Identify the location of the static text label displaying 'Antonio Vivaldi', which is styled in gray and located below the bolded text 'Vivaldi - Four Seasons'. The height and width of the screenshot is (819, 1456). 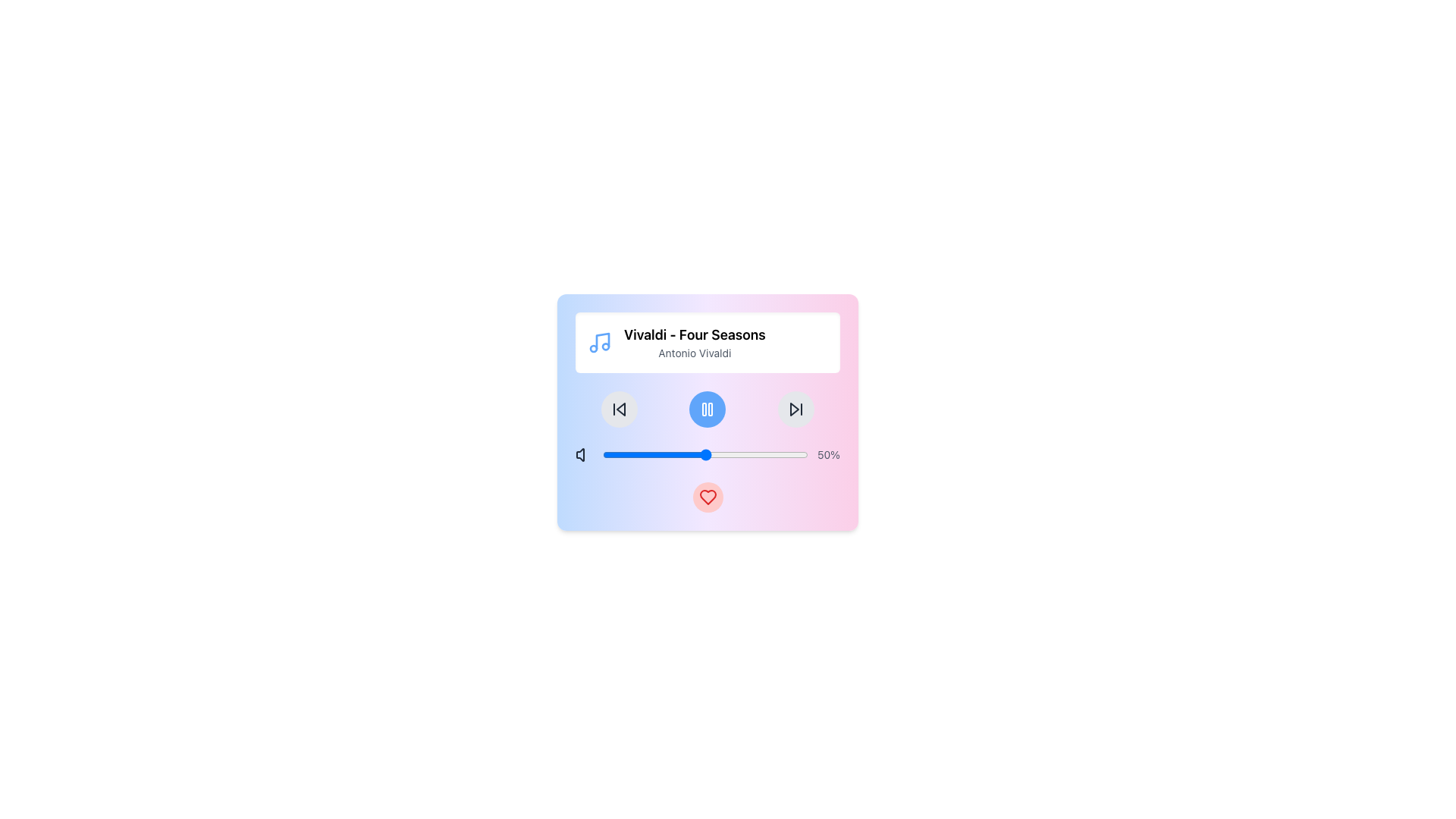
(694, 353).